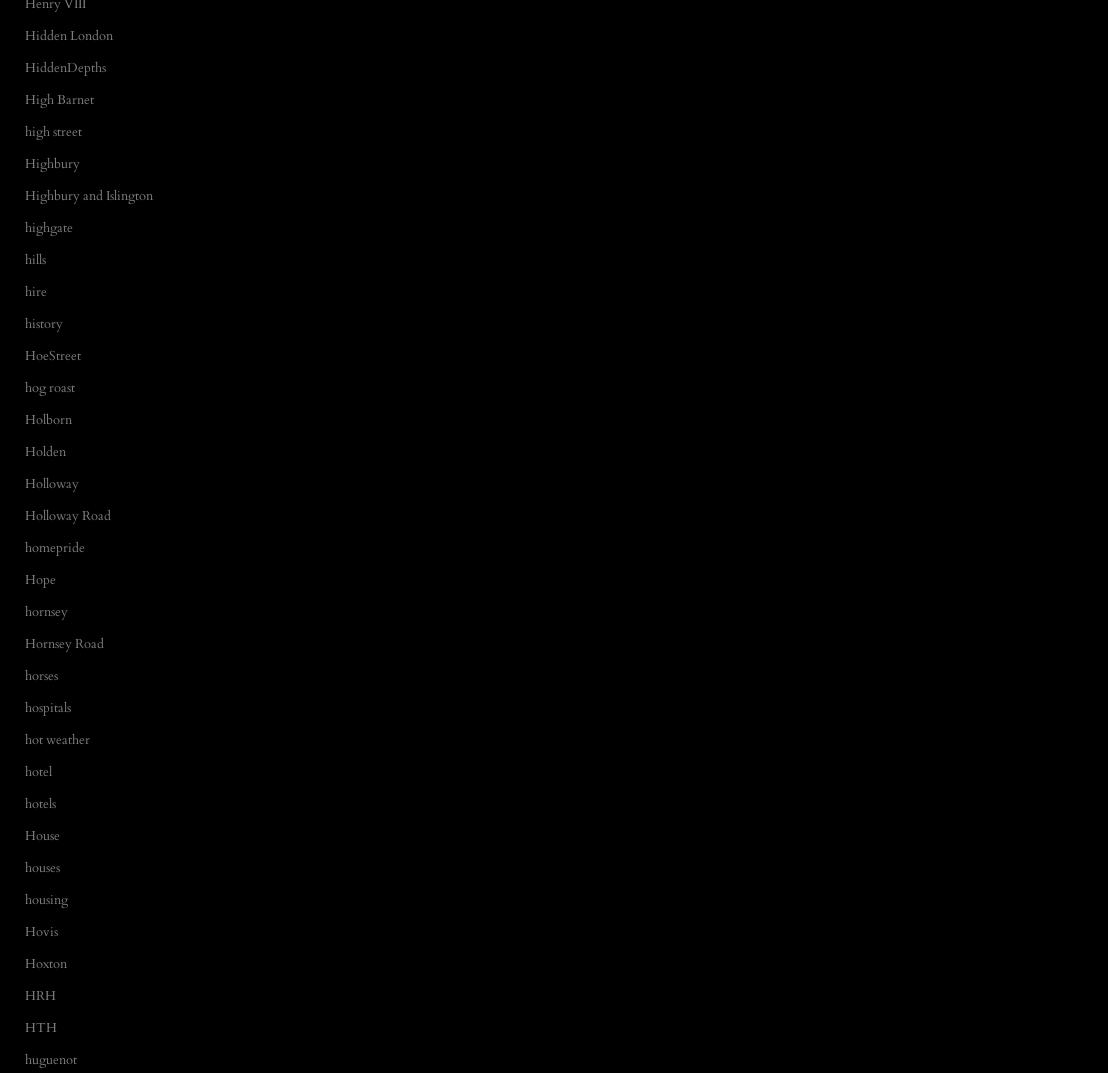 Image resolution: width=1108 pixels, height=1073 pixels. I want to click on 'House', so click(42, 834).